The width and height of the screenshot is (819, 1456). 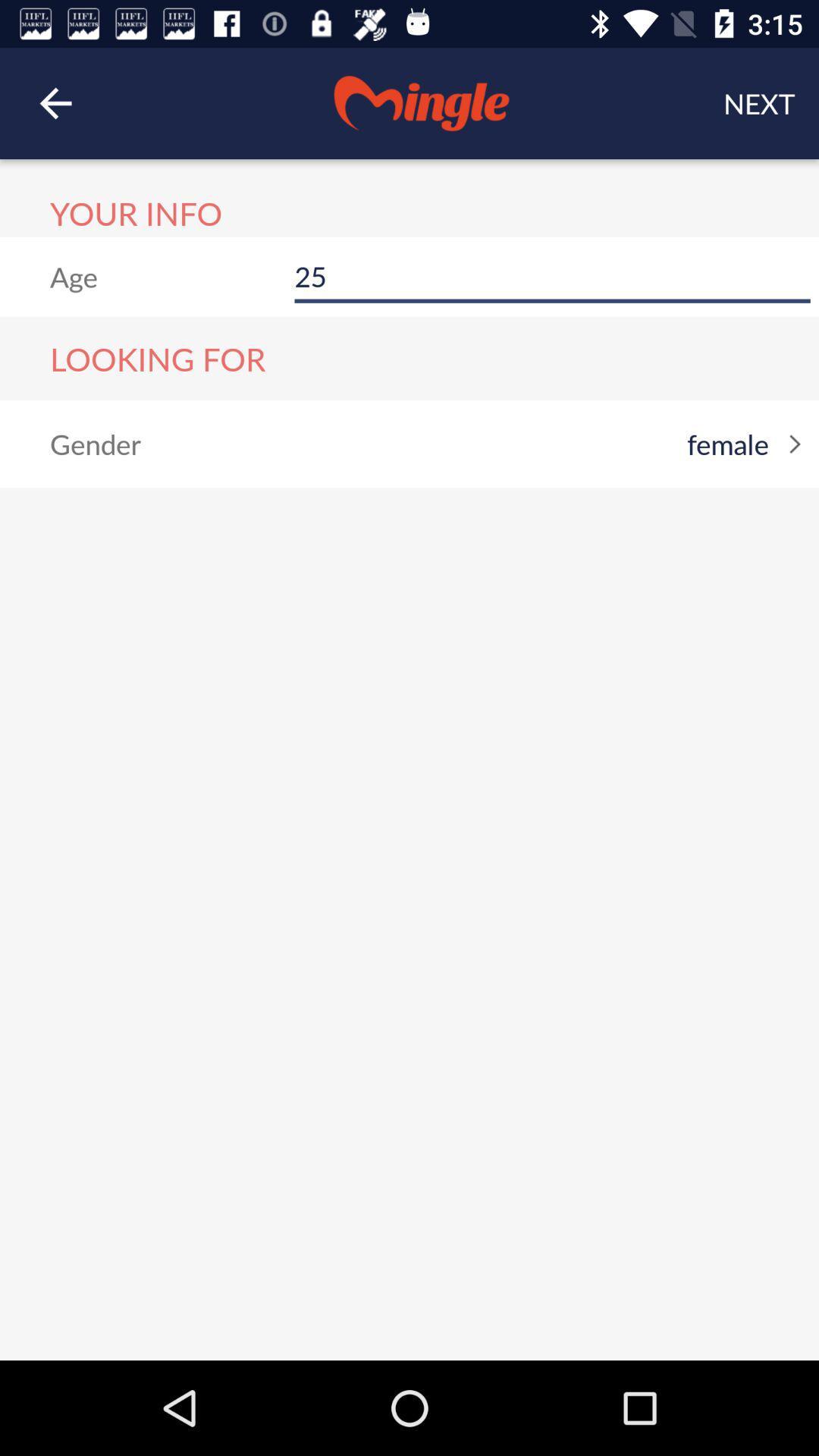 What do you see at coordinates (759, 102) in the screenshot?
I see `the next item` at bounding box center [759, 102].